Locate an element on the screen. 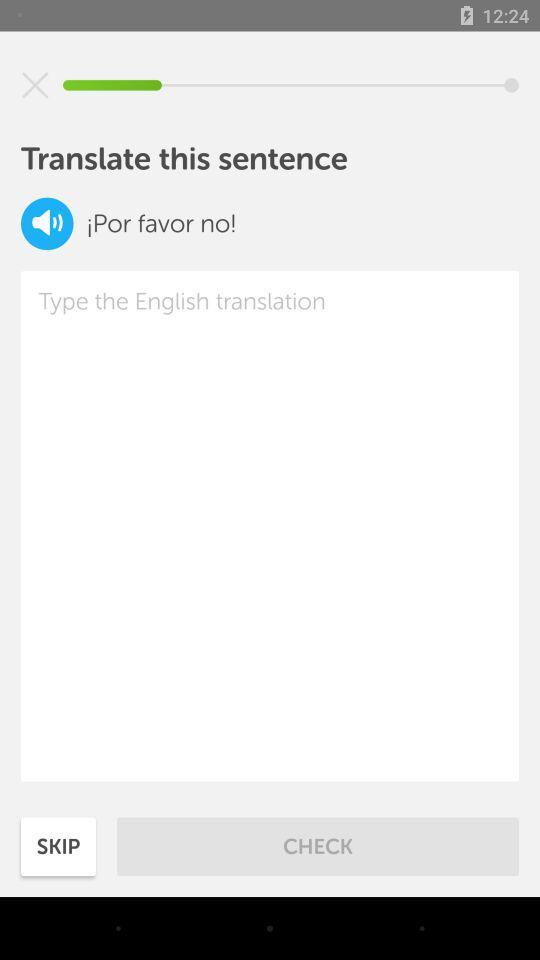 The image size is (540, 960). the check icon is located at coordinates (318, 845).